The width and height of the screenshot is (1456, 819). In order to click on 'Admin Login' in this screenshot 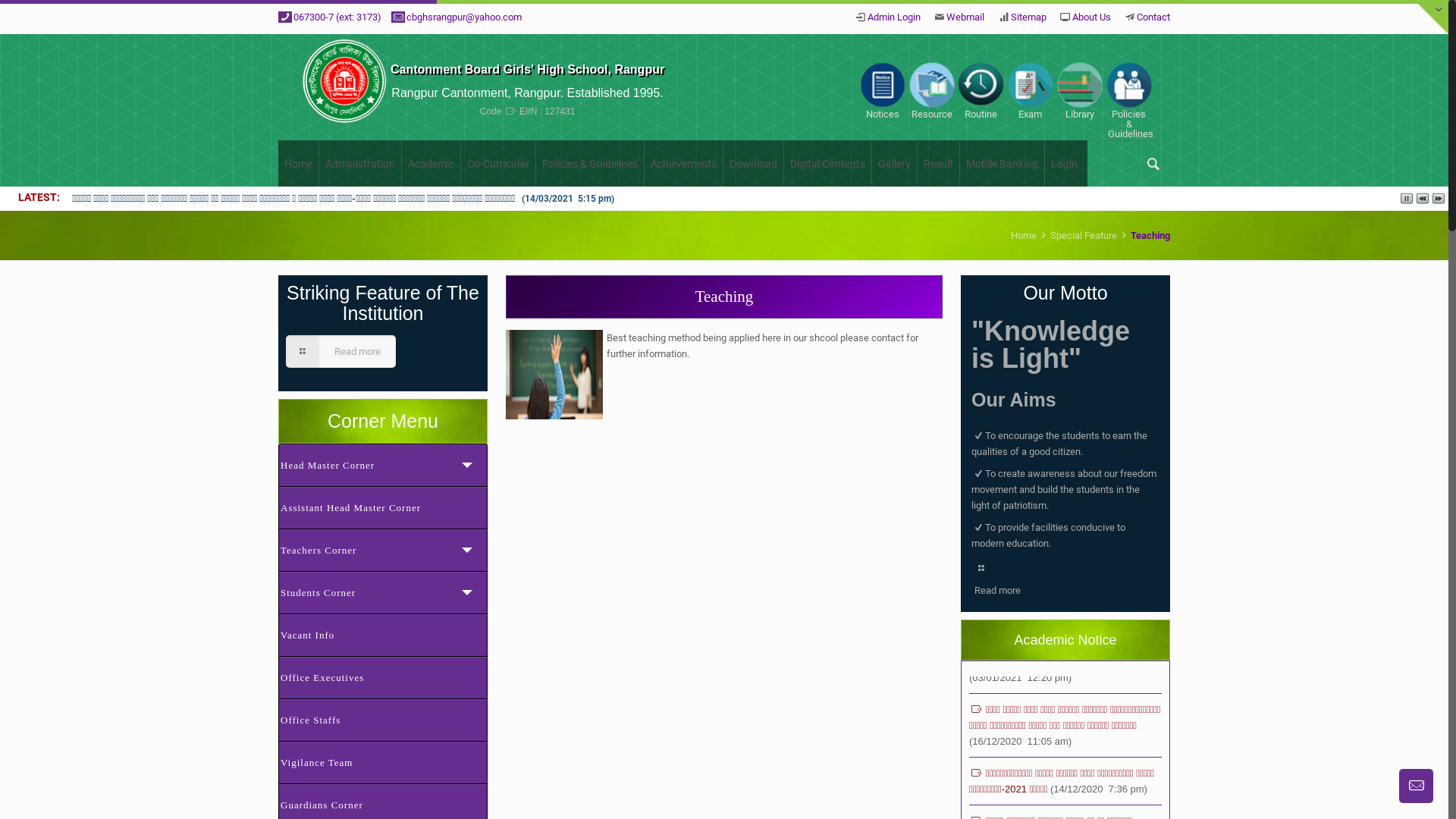, I will do `click(867, 17)`.